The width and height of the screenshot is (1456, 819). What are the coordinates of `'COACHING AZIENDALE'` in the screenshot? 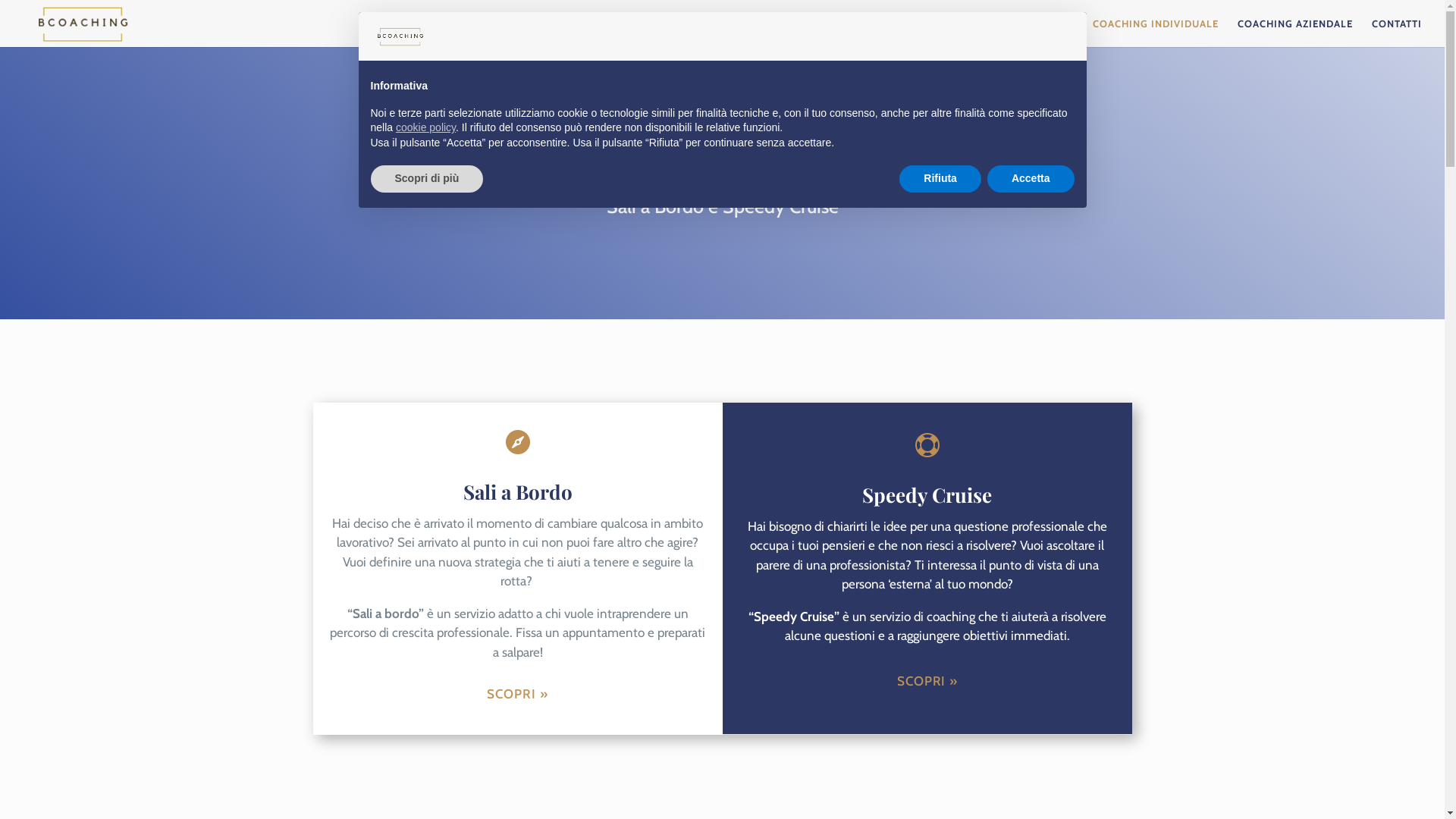 It's located at (1294, 32).